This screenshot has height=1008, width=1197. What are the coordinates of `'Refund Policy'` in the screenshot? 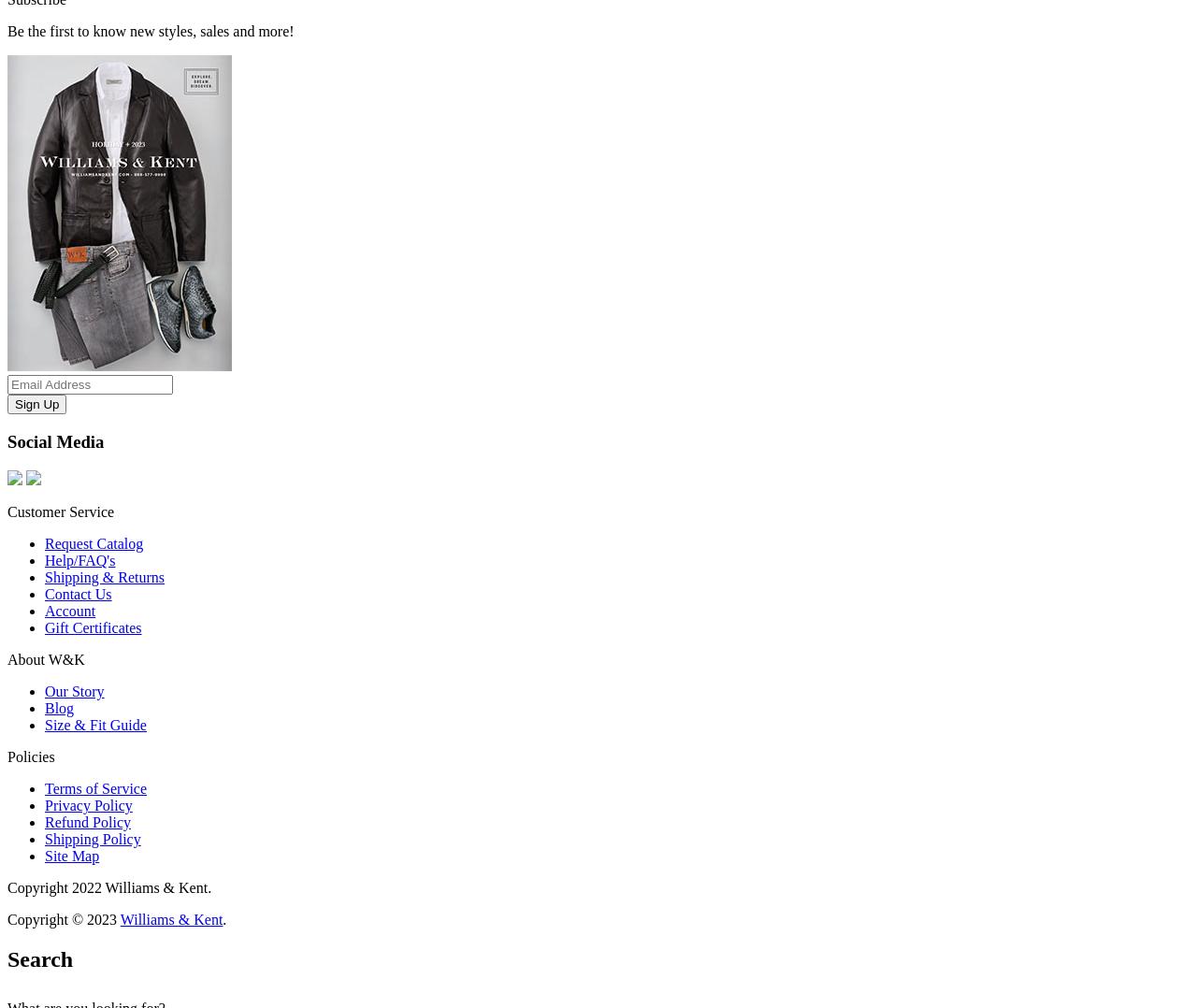 It's located at (86, 820).